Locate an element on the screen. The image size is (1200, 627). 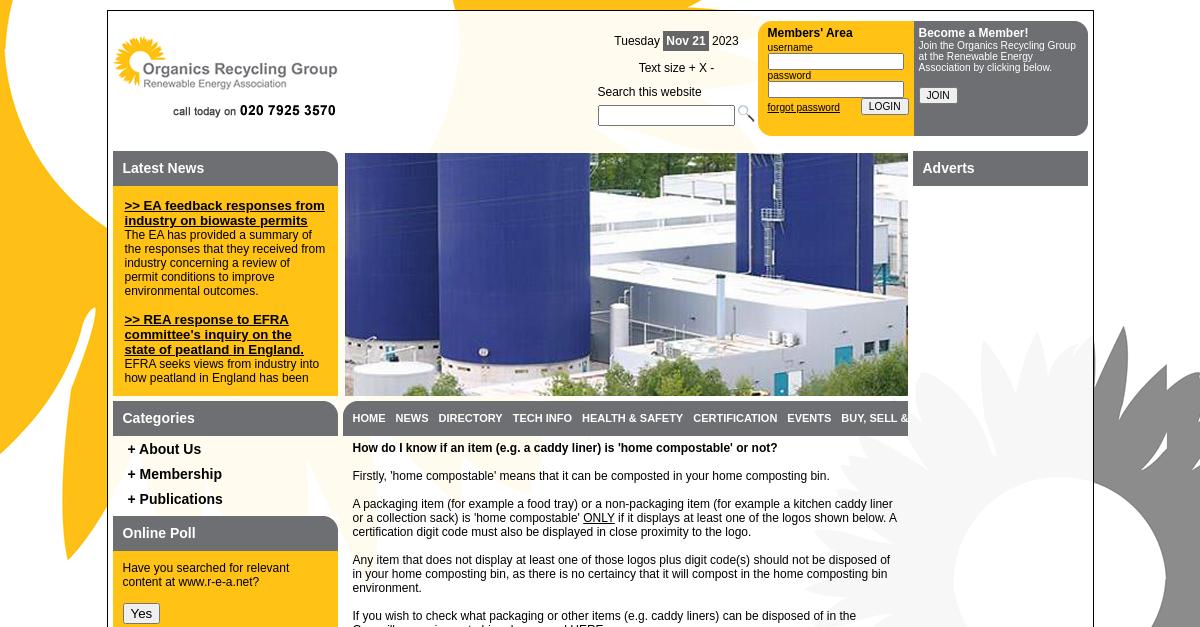
'Become a Member!' is located at coordinates (972, 32).